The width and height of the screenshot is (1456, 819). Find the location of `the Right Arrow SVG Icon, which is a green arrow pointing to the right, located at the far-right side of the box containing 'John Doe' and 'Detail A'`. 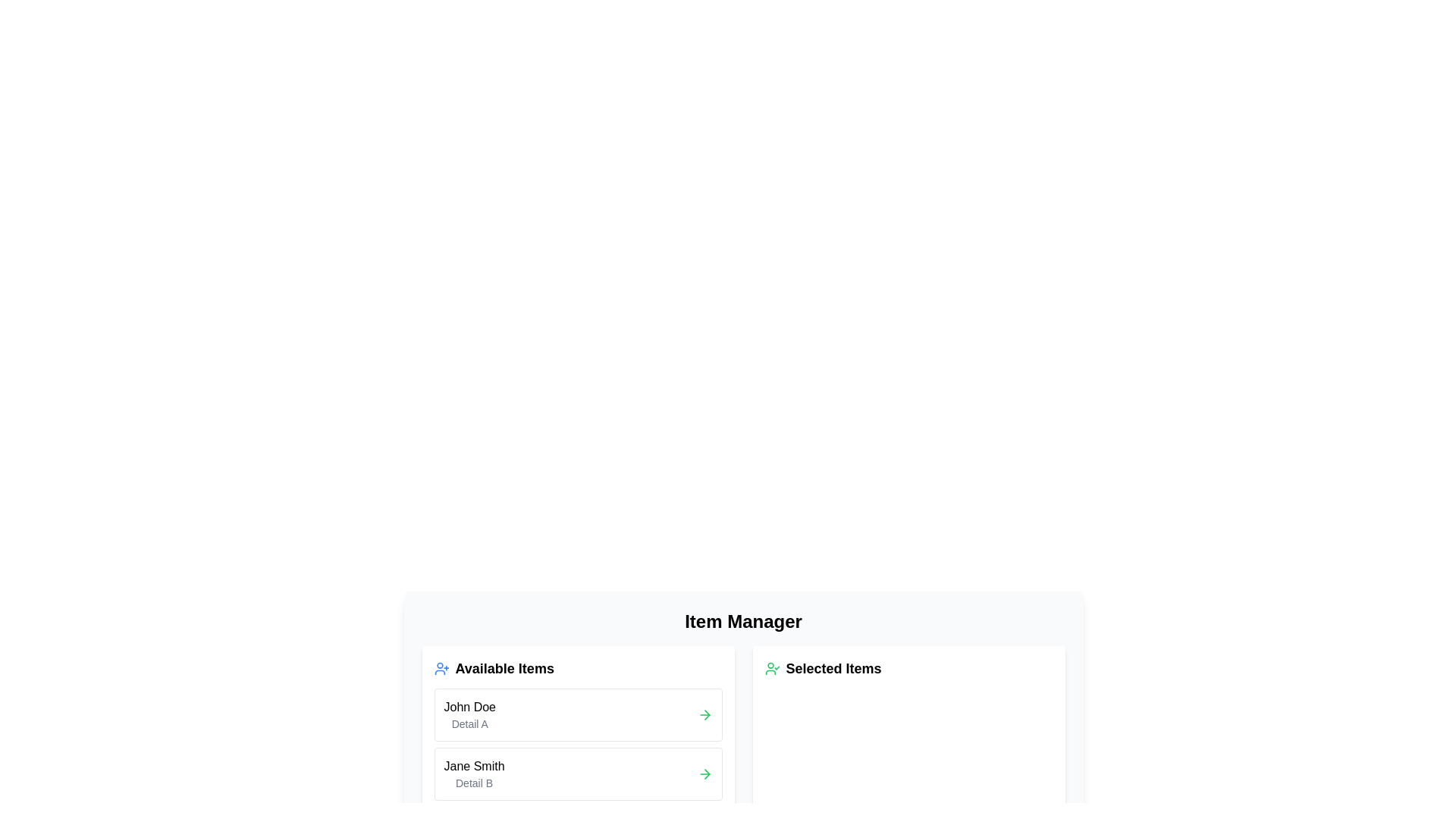

the Right Arrow SVG Icon, which is a green arrow pointing to the right, located at the far-right side of the box containing 'John Doe' and 'Detail A' is located at coordinates (704, 714).